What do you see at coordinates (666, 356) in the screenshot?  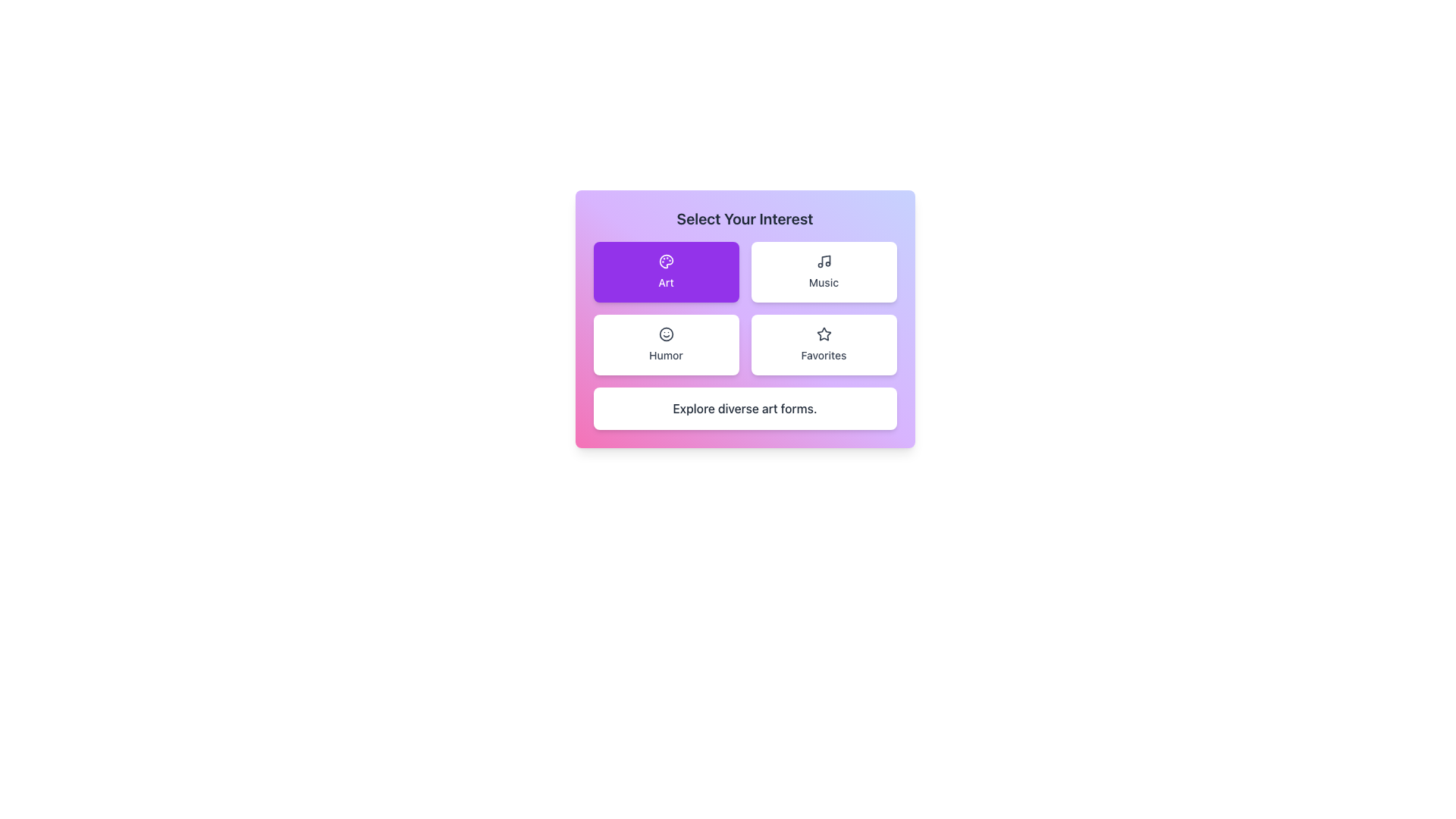 I see `the text label 'Humor' which is the label for the third button in the grid located in the left column of the second row` at bounding box center [666, 356].